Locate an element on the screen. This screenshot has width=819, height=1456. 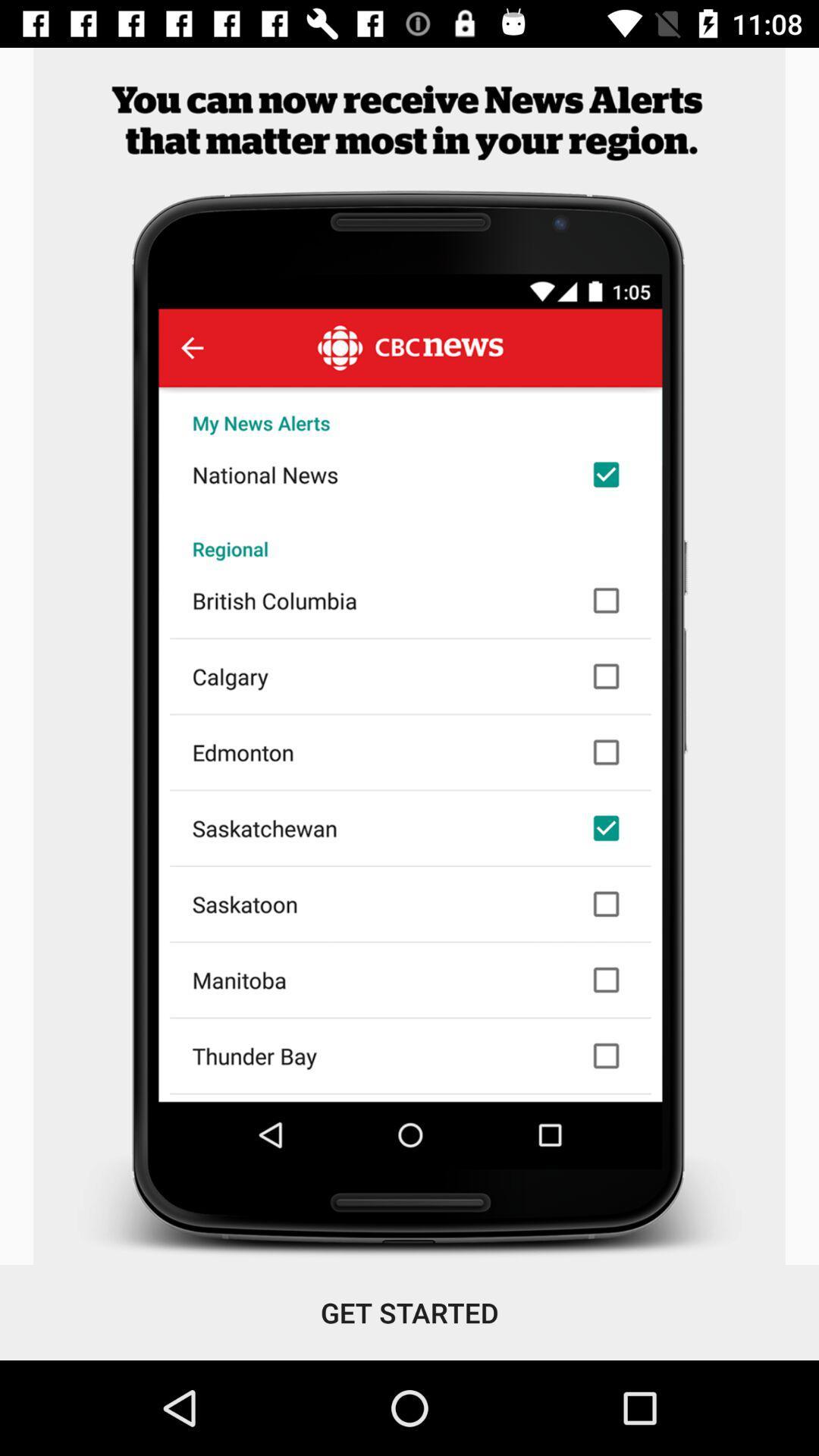
get started button is located at coordinates (409, 1312).